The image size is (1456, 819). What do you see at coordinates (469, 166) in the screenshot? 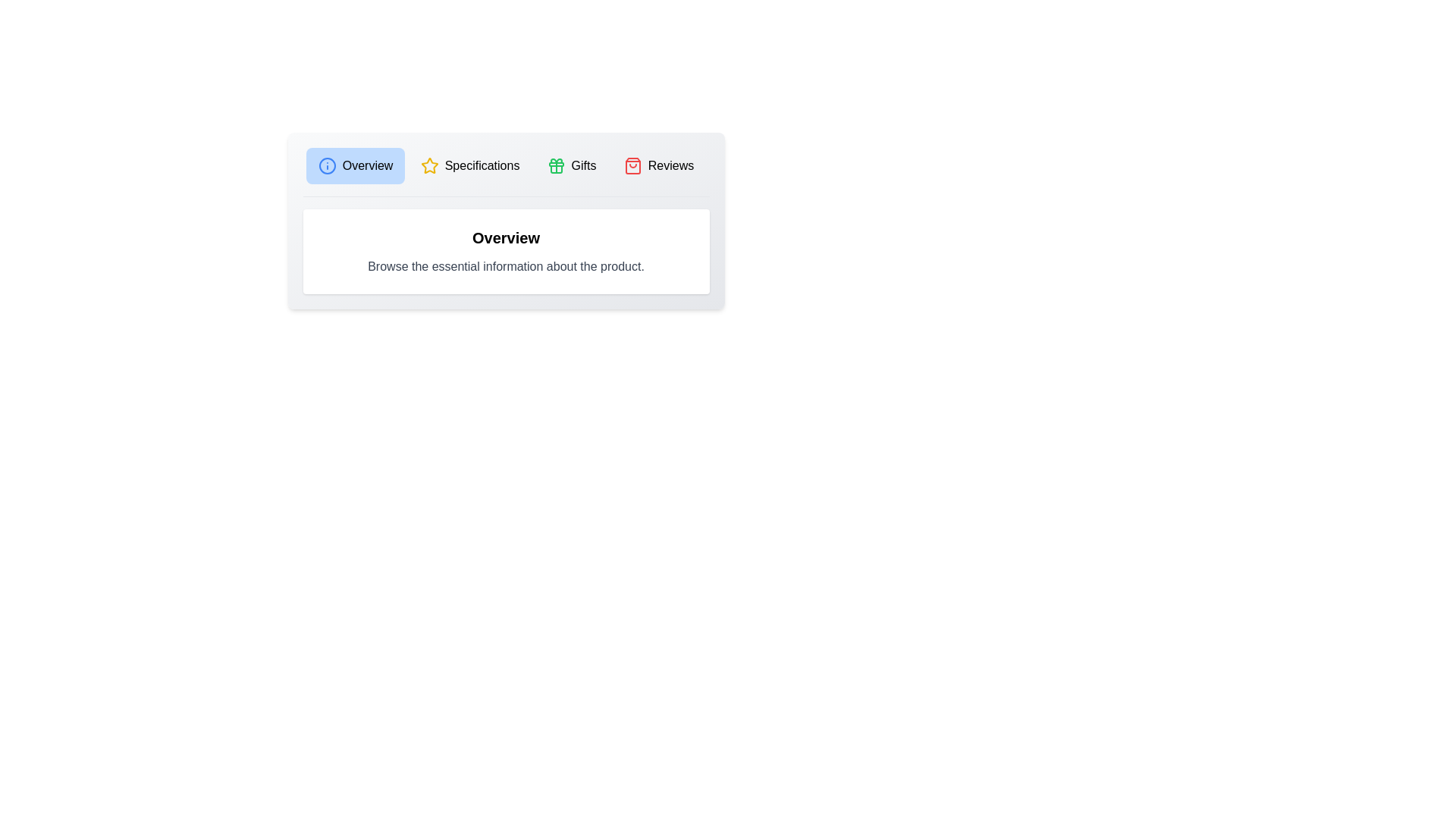
I see `the tab labeled Specifications` at bounding box center [469, 166].